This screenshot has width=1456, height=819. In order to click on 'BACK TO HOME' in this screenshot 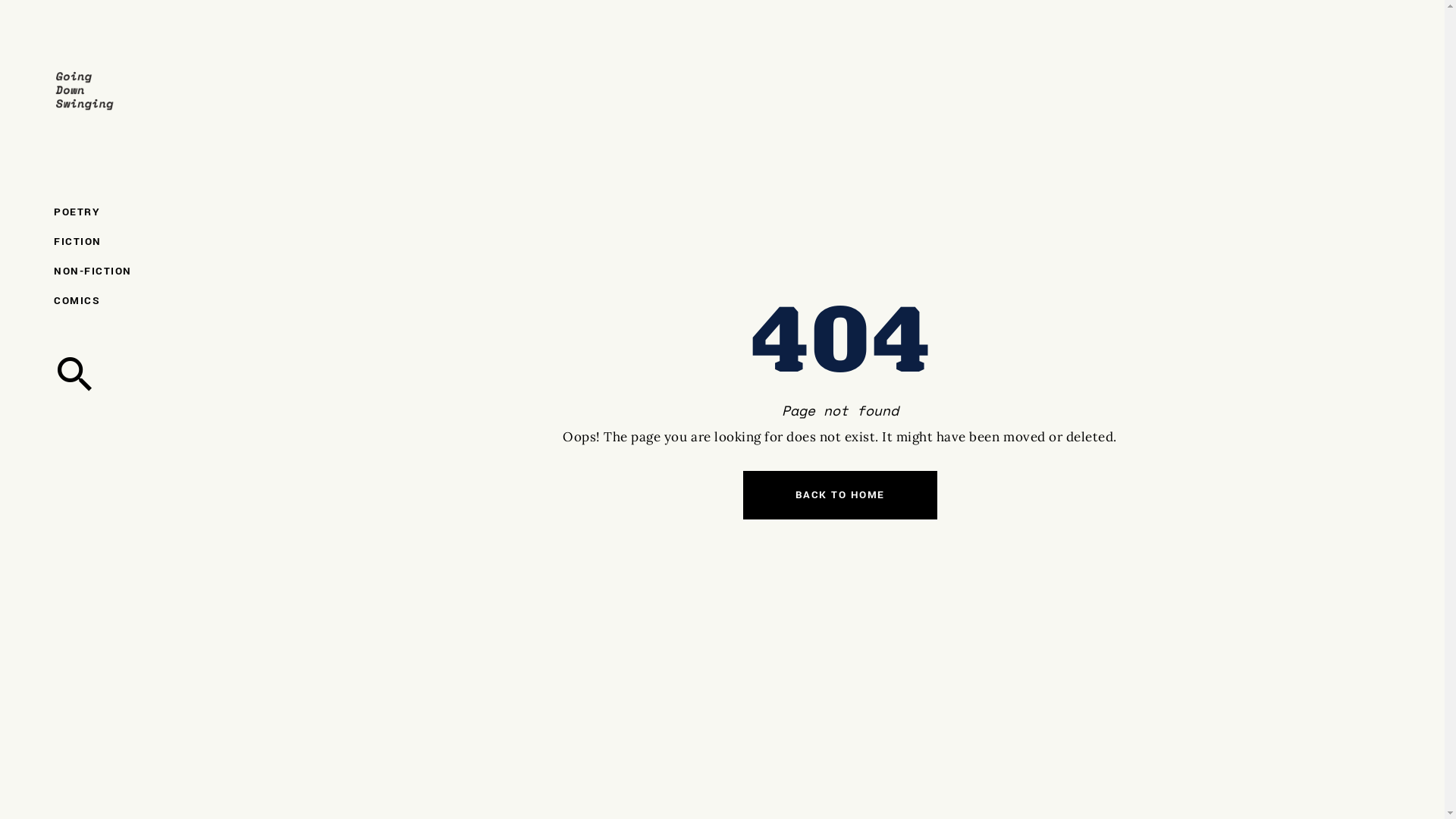, I will do `click(839, 494)`.